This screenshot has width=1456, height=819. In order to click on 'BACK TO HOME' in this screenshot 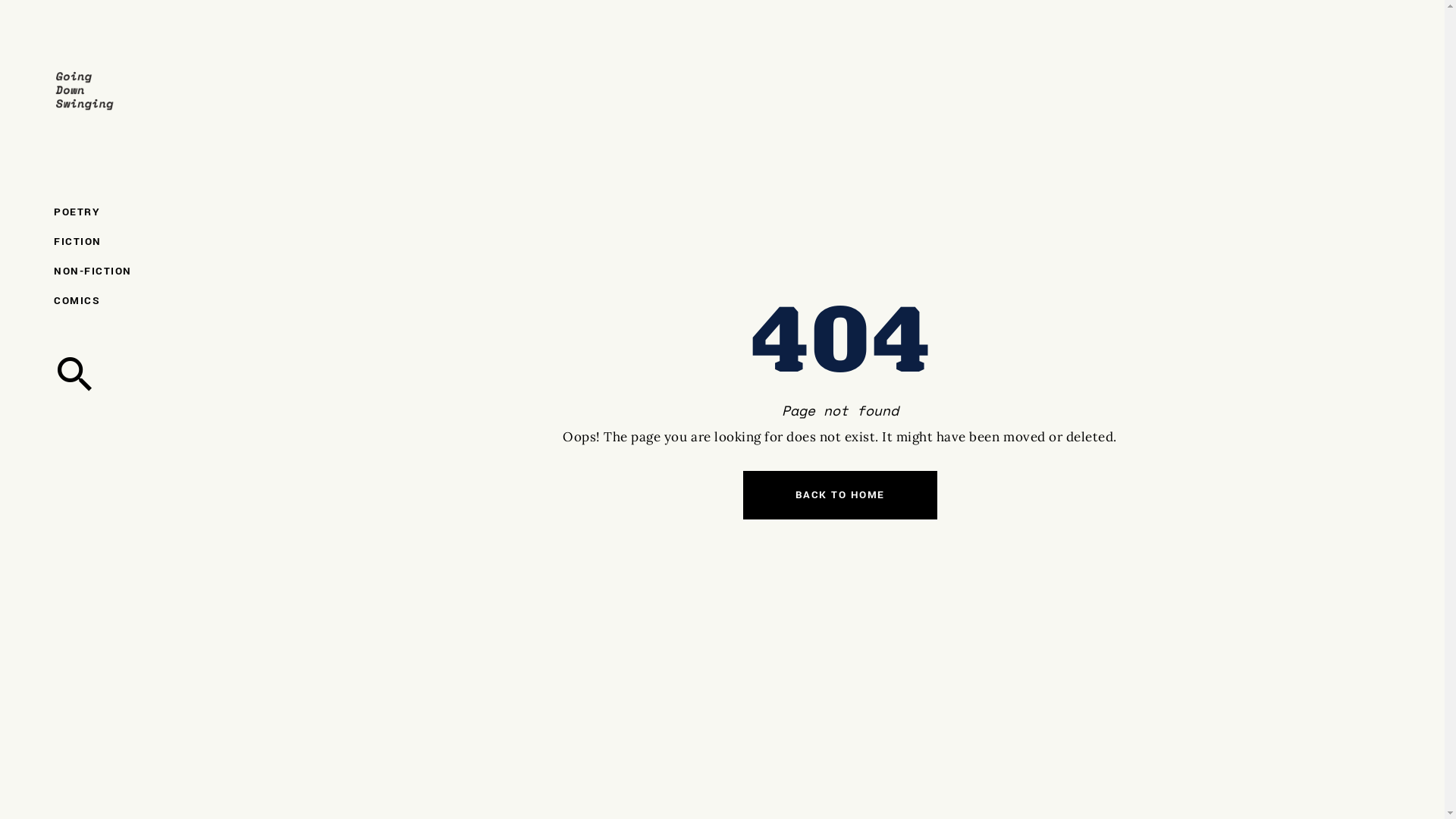, I will do `click(839, 494)`.